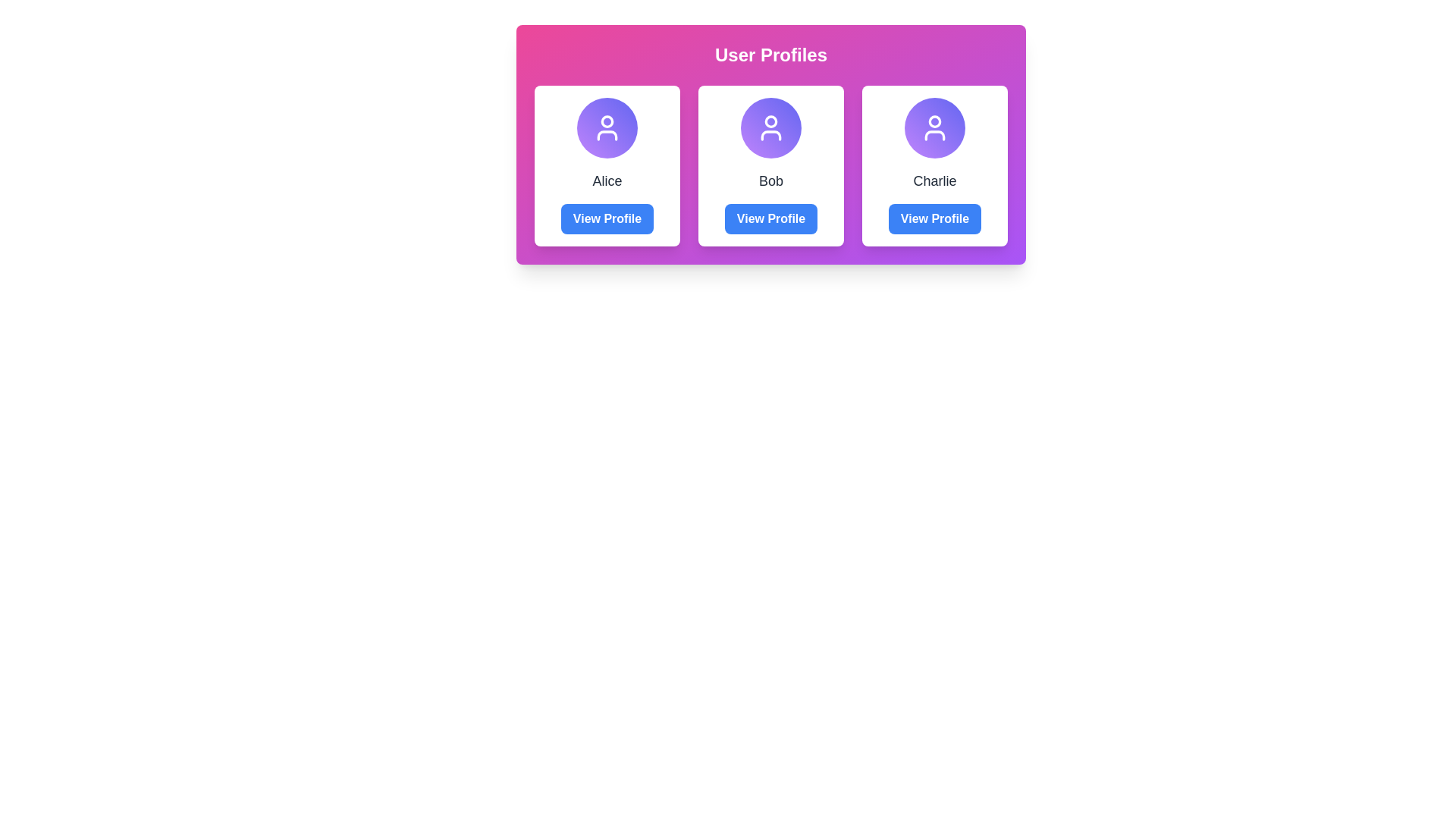 The width and height of the screenshot is (1456, 819). I want to click on the central user profile icon representing 'Bob', which is a circular icon with a simplified human figure in white on a purple and indigo gradient background, so click(771, 127).